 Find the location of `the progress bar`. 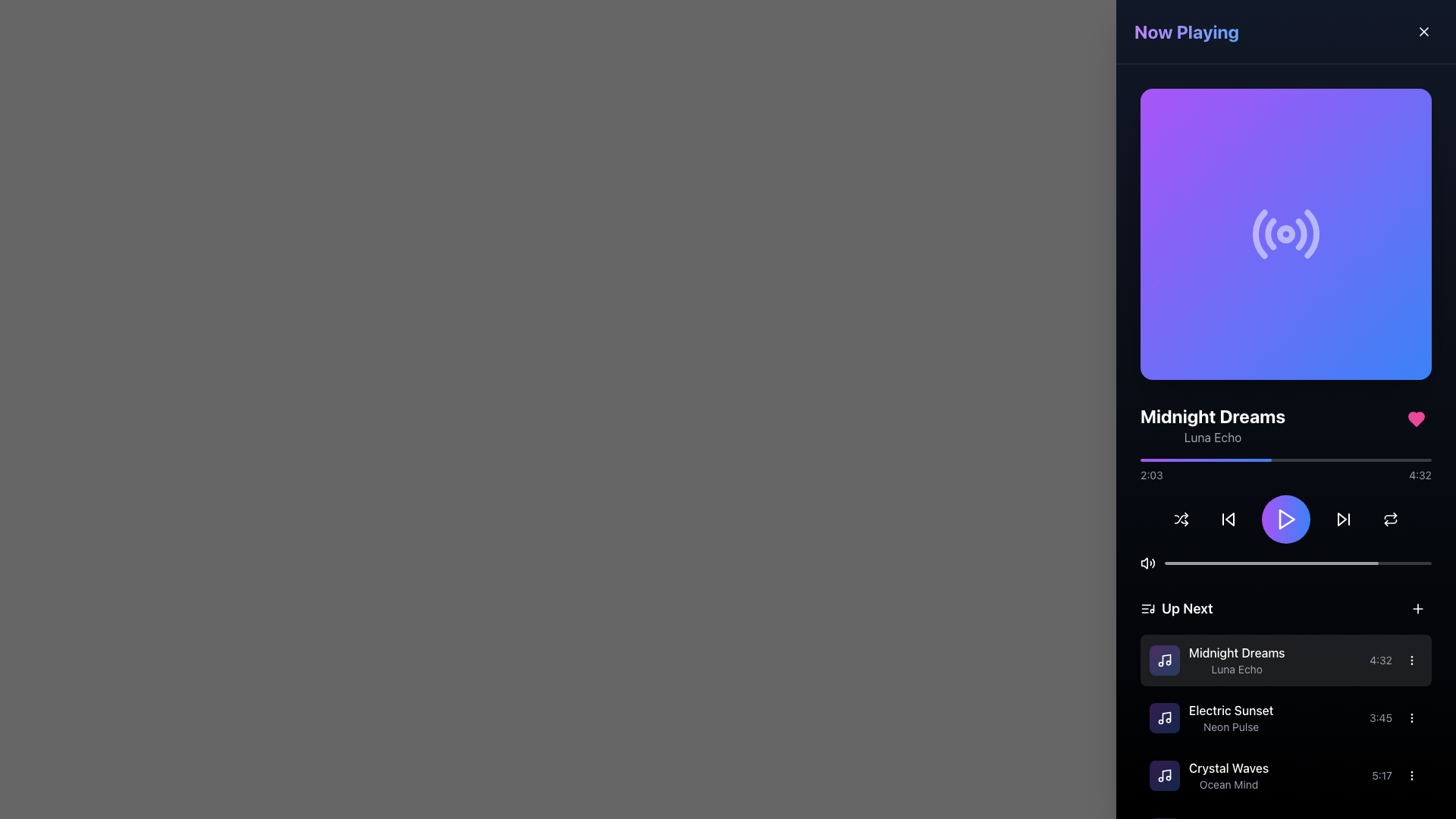

the progress bar is located at coordinates (1152, 459).